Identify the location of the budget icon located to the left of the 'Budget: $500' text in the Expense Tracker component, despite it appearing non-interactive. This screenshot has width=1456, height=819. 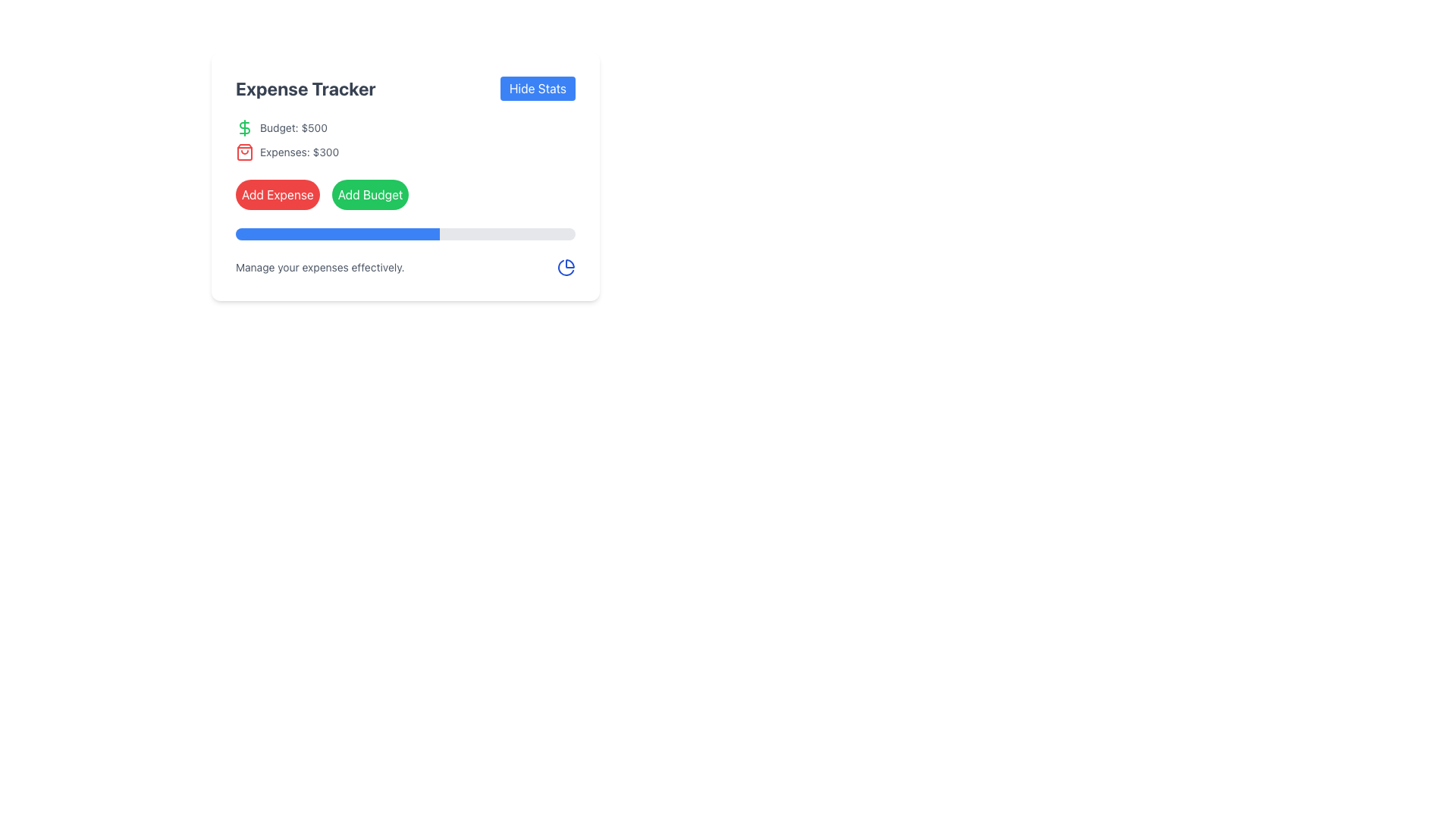
(244, 127).